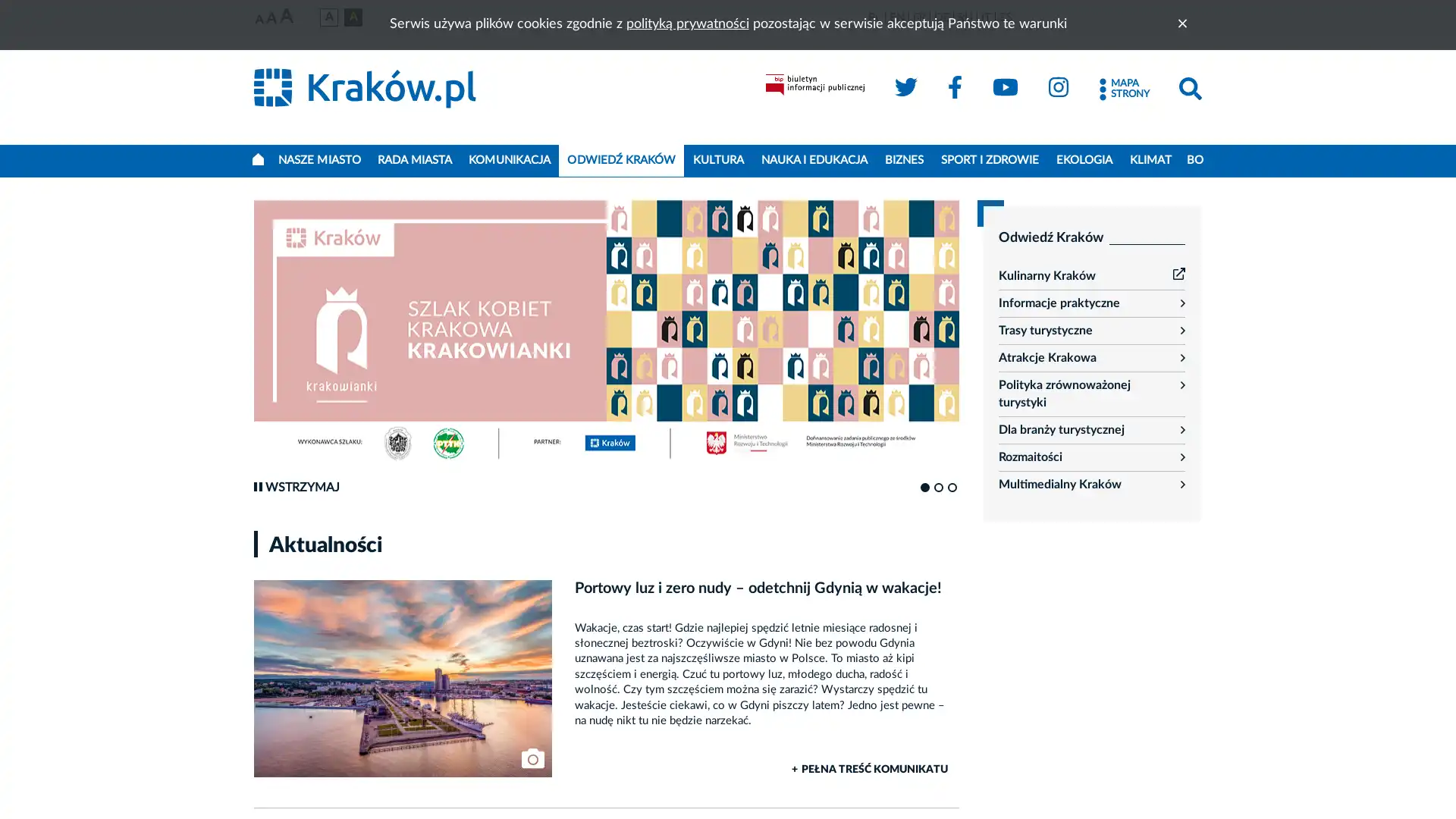  I want to click on Najmniejsza czcionka, so click(259, 20).